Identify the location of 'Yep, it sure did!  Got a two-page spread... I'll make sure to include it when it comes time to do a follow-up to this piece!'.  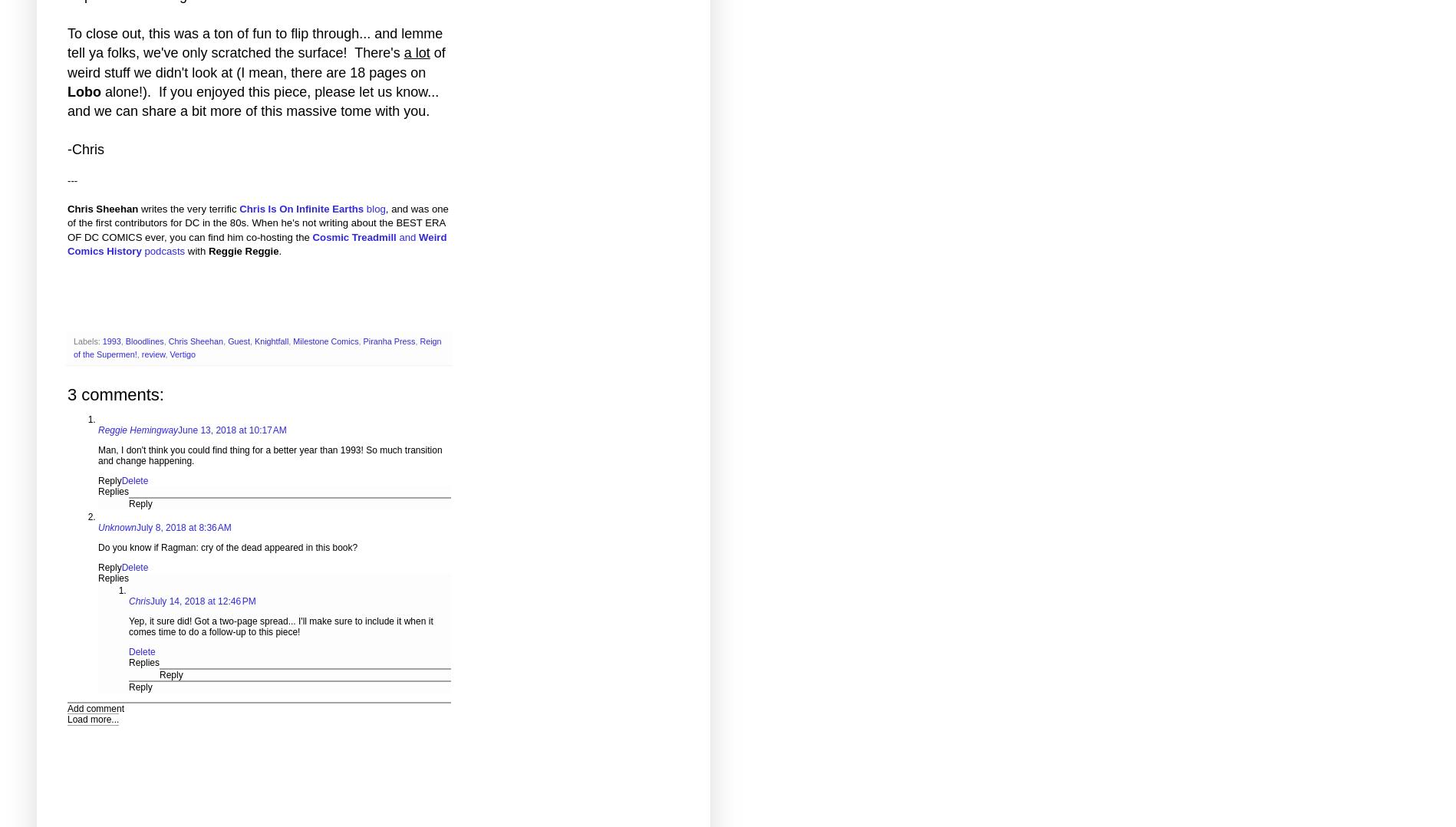
(280, 627).